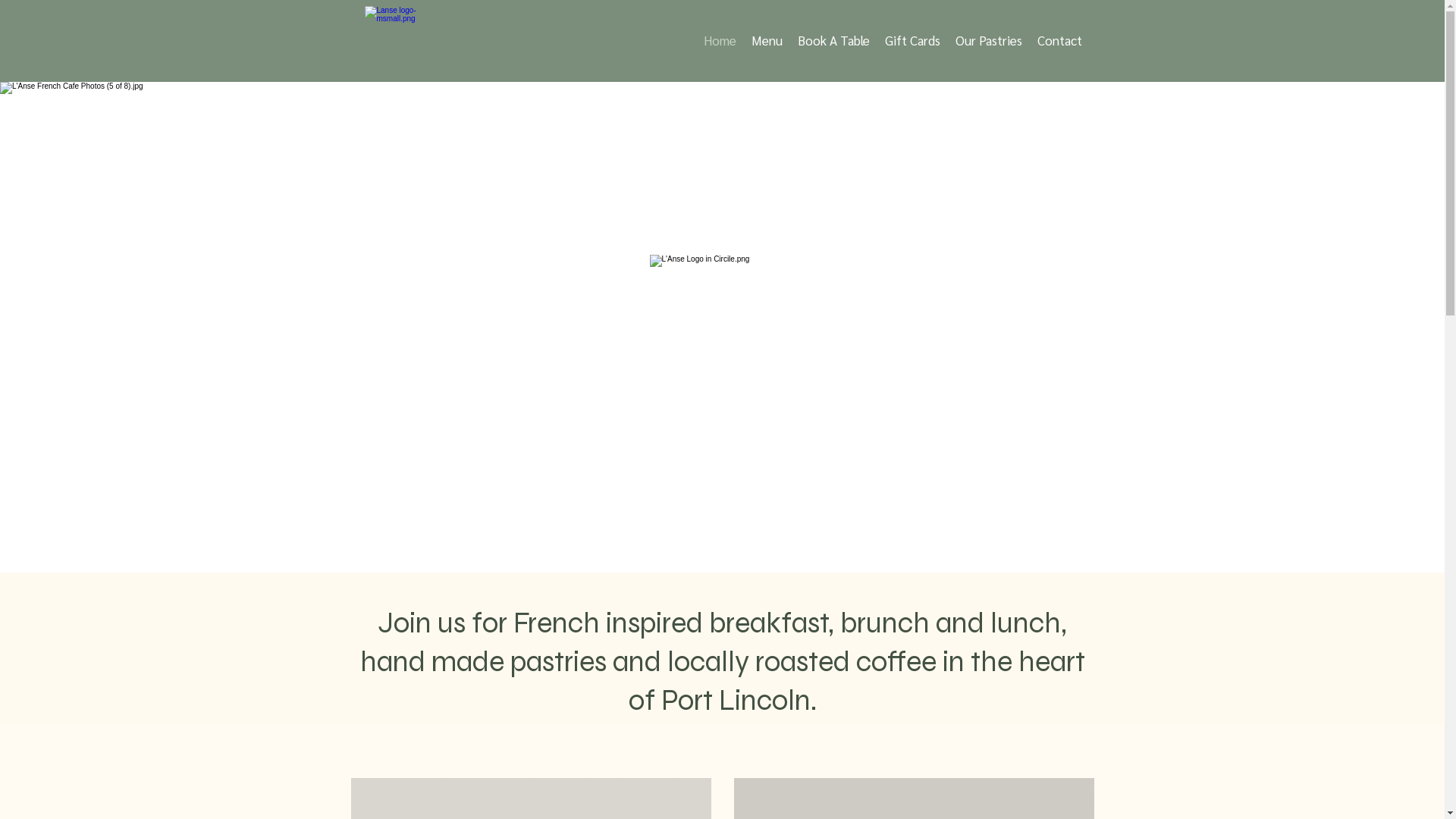 This screenshot has height=819, width=1456. Describe the element at coordinates (833, 39) in the screenshot. I see `'Book A Table'` at that location.